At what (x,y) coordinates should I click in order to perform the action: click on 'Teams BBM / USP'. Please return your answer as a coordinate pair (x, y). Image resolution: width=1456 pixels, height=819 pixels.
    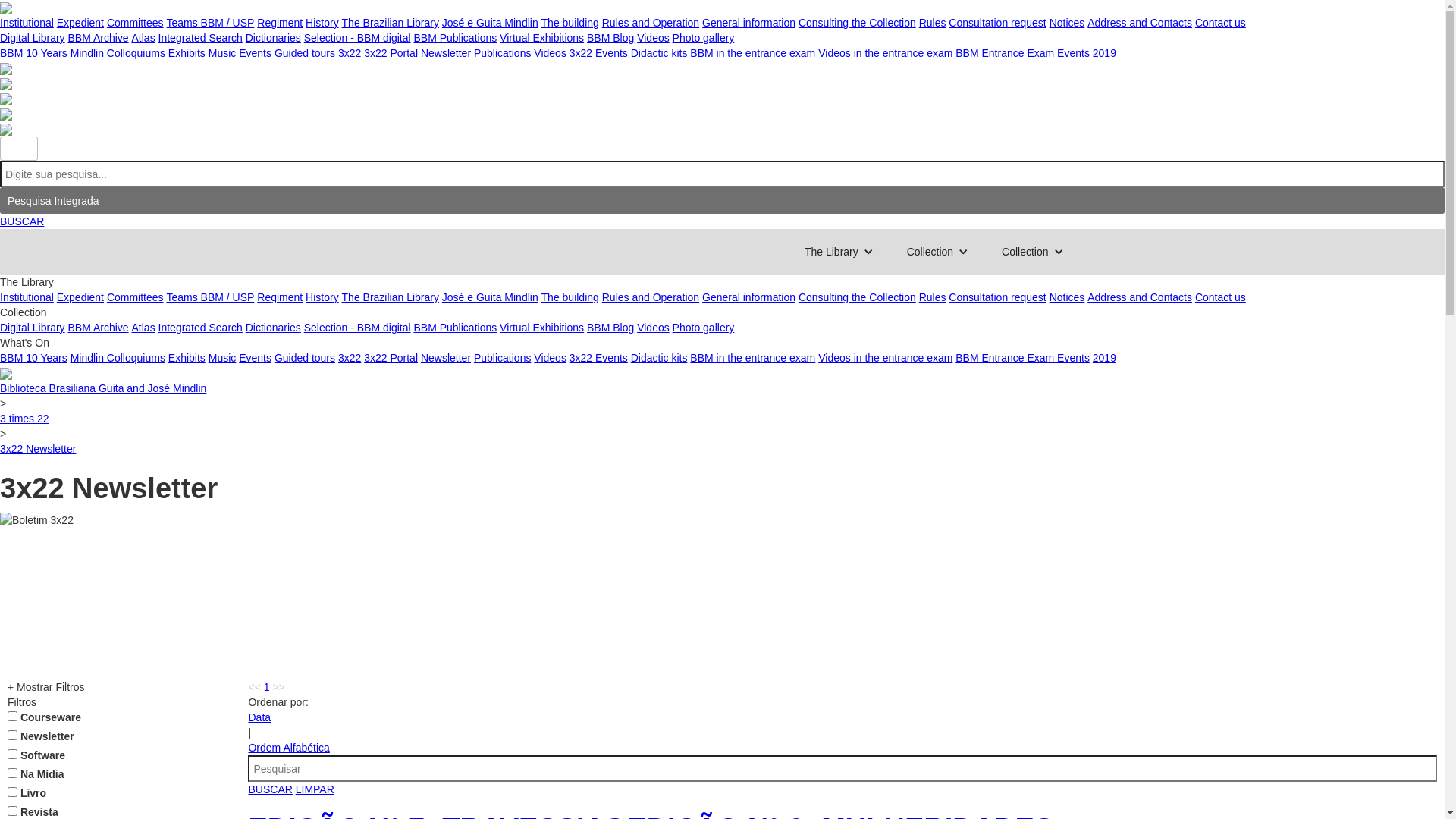
    Looking at the image, I should click on (209, 23).